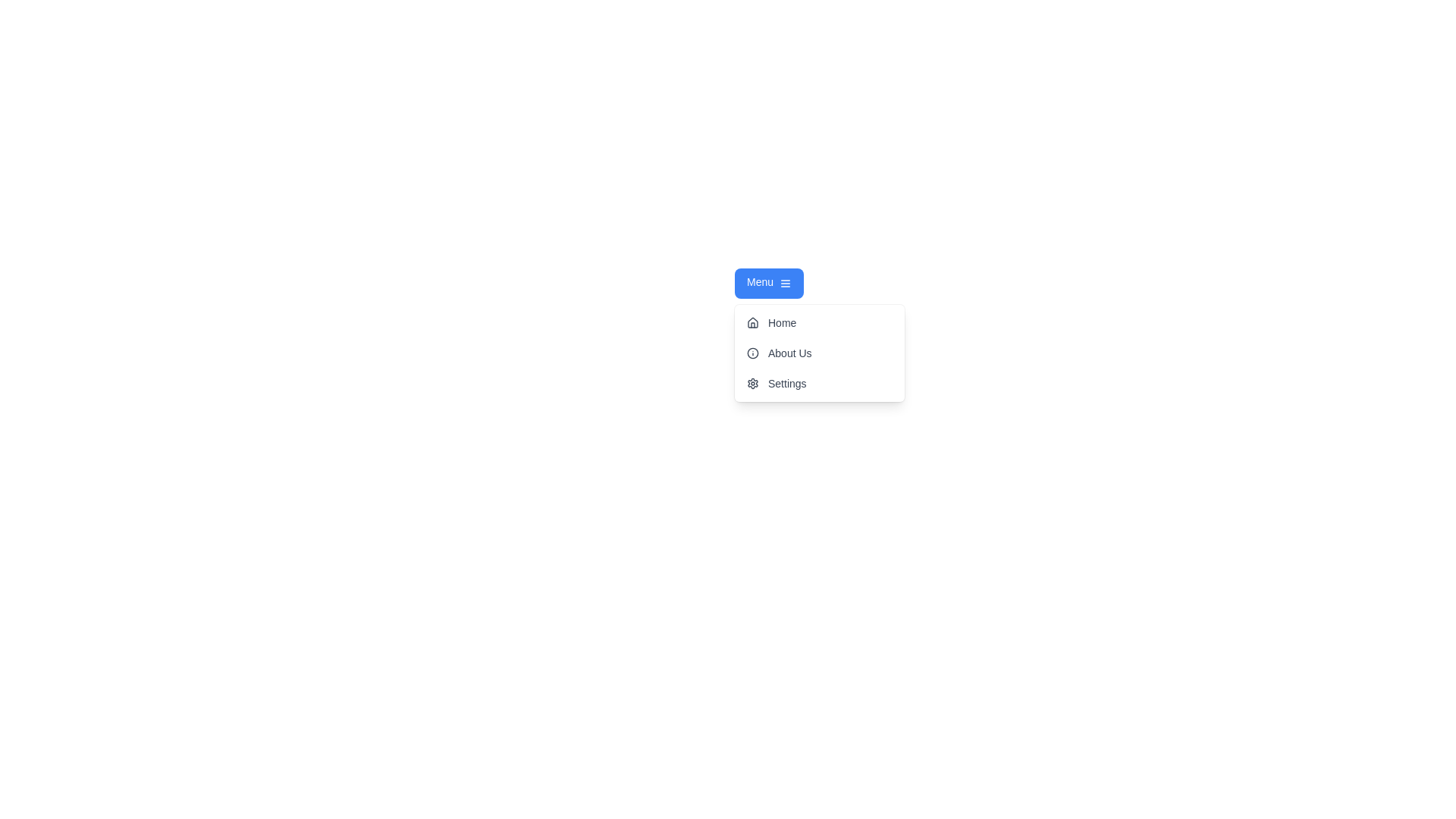 Image resolution: width=1456 pixels, height=819 pixels. Describe the element at coordinates (753, 322) in the screenshot. I see `the 'Home' icon located below the 'Menu' button` at that location.